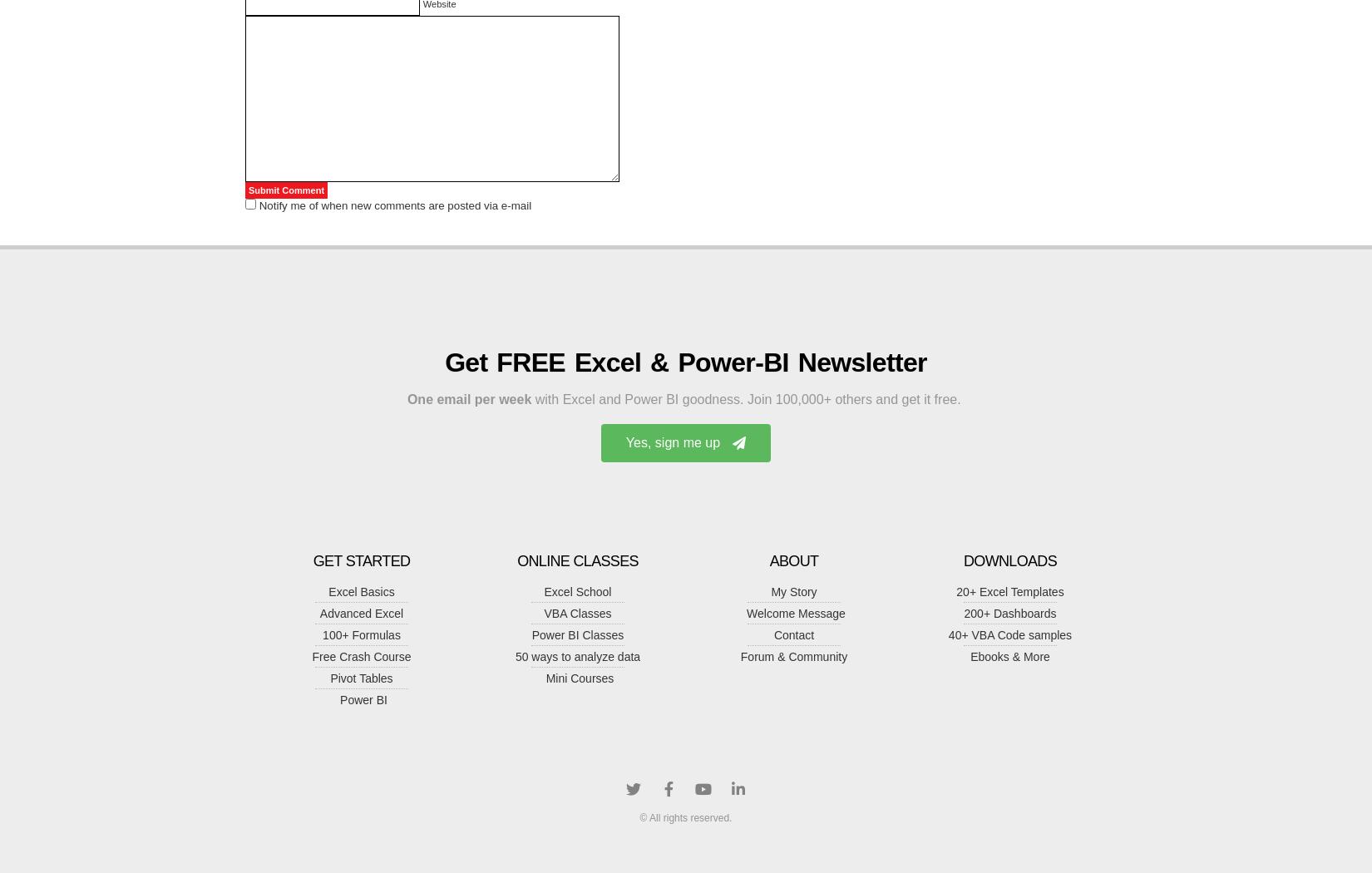 This screenshot has width=1372, height=873. Describe the element at coordinates (273, 229) in the screenshot. I see `'Brock'` at that location.